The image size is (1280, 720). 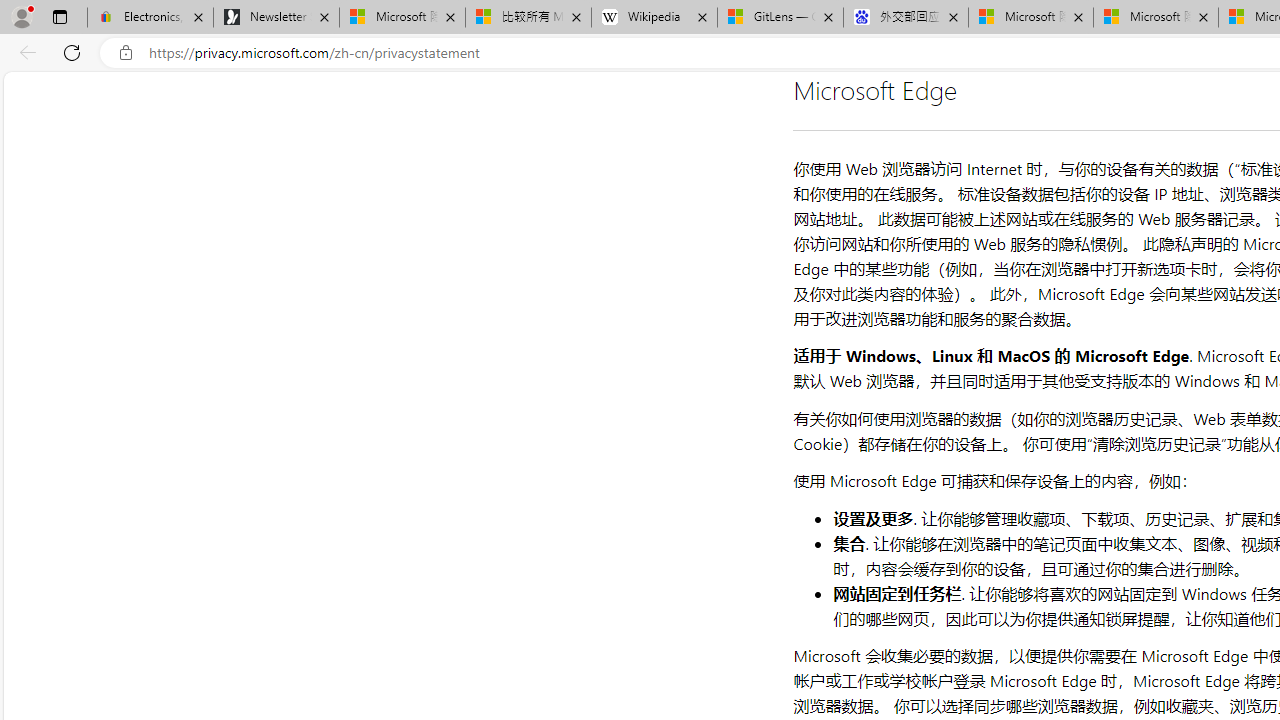 What do you see at coordinates (654, 17) in the screenshot?
I see `'Wikipedia'` at bounding box center [654, 17].